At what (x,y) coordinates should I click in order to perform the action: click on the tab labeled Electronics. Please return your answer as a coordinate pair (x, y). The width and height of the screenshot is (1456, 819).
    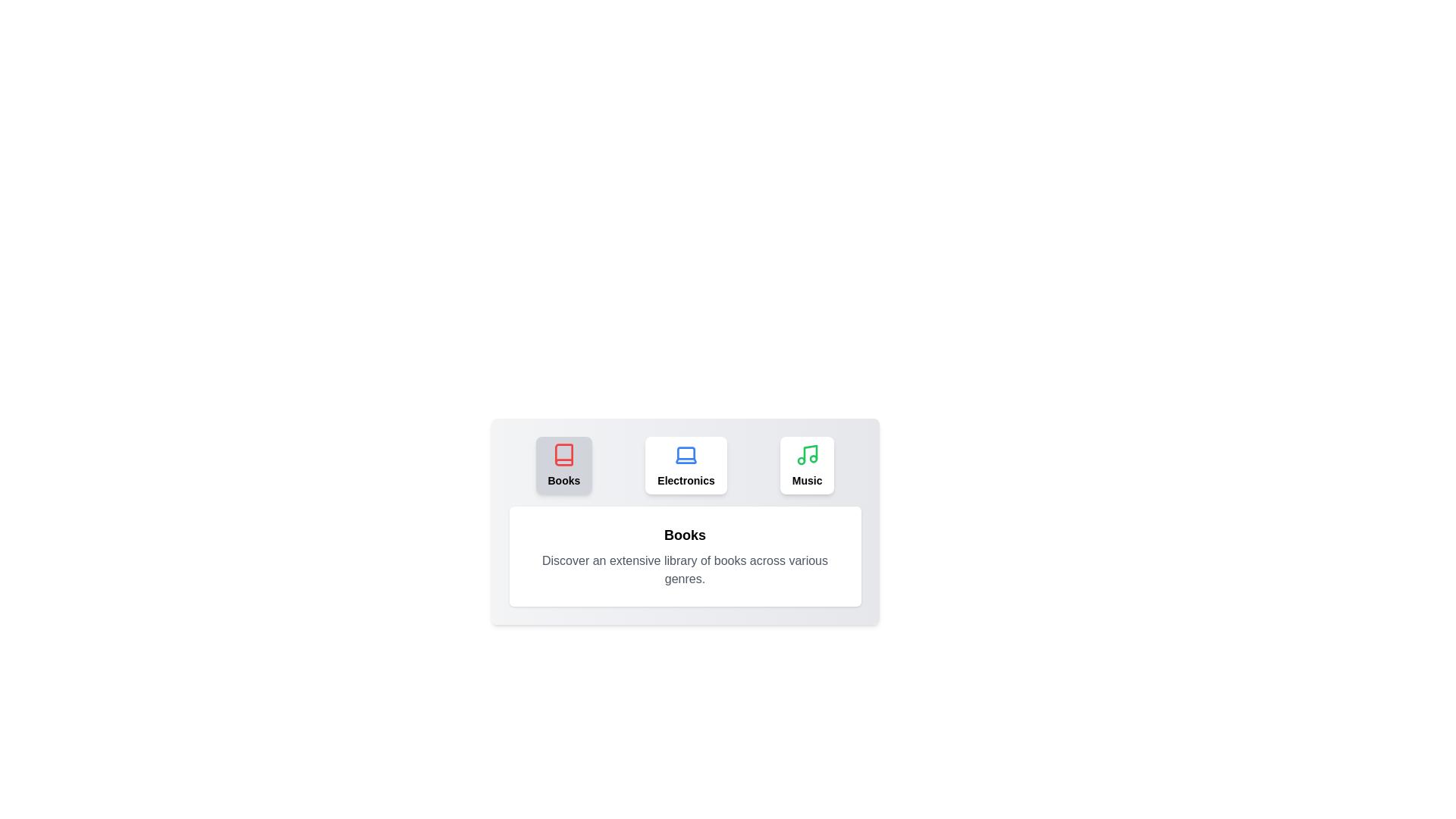
    Looking at the image, I should click on (686, 464).